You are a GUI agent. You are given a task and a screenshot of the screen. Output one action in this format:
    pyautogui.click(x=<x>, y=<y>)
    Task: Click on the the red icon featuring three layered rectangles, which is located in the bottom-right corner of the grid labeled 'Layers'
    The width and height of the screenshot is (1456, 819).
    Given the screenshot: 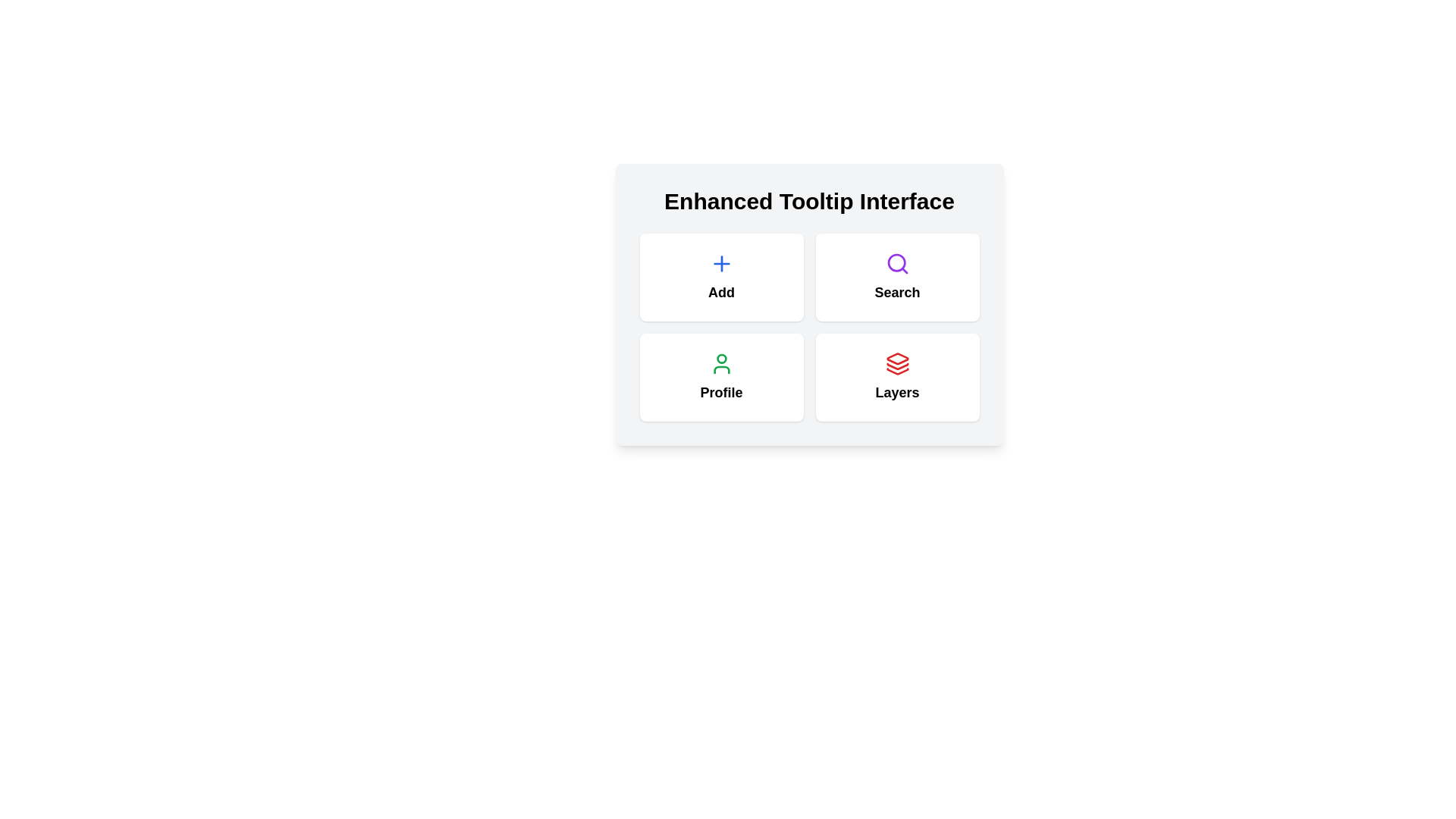 What is the action you would take?
    pyautogui.click(x=897, y=363)
    